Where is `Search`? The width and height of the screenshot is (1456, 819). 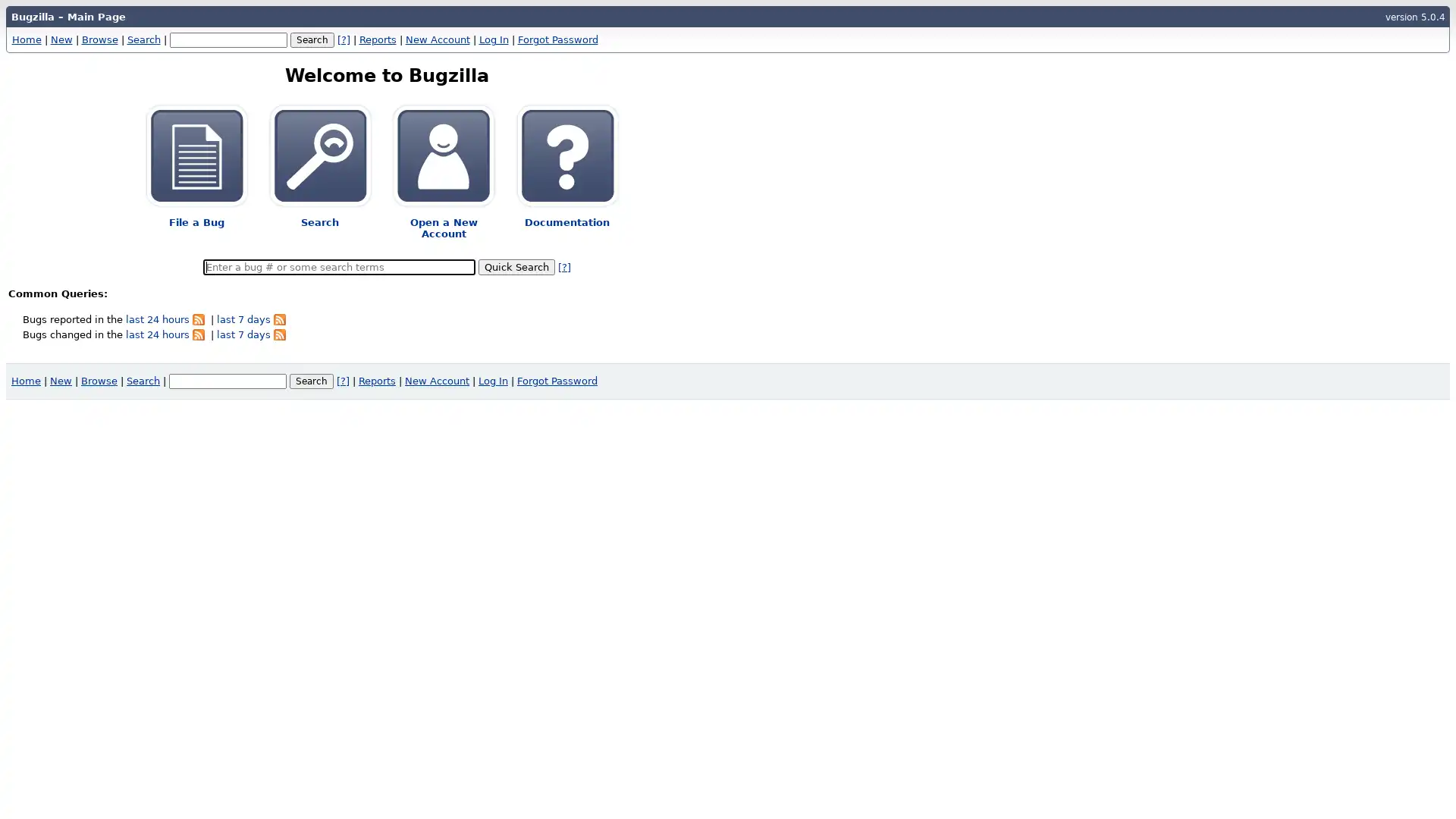 Search is located at coordinates (311, 38).